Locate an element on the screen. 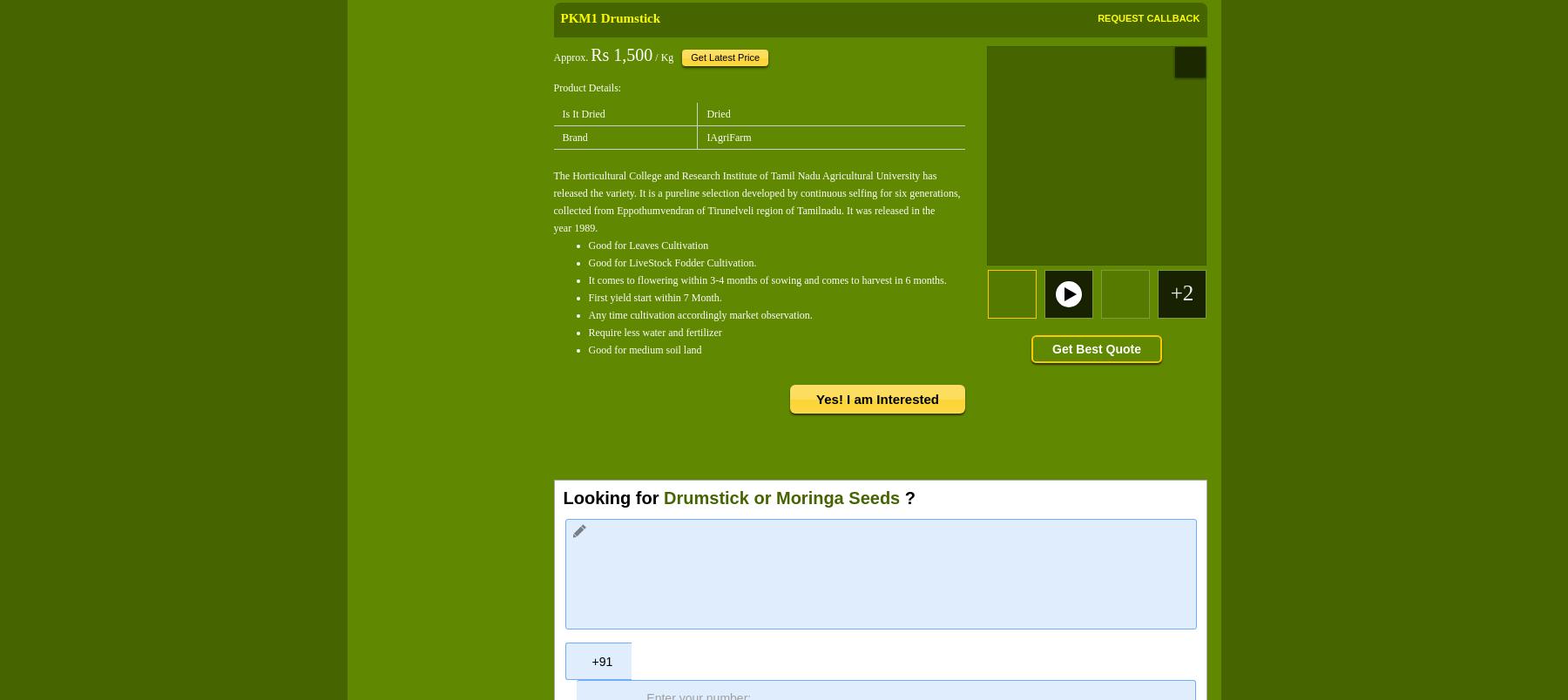  'Require less water and fertilizer' is located at coordinates (653, 331).